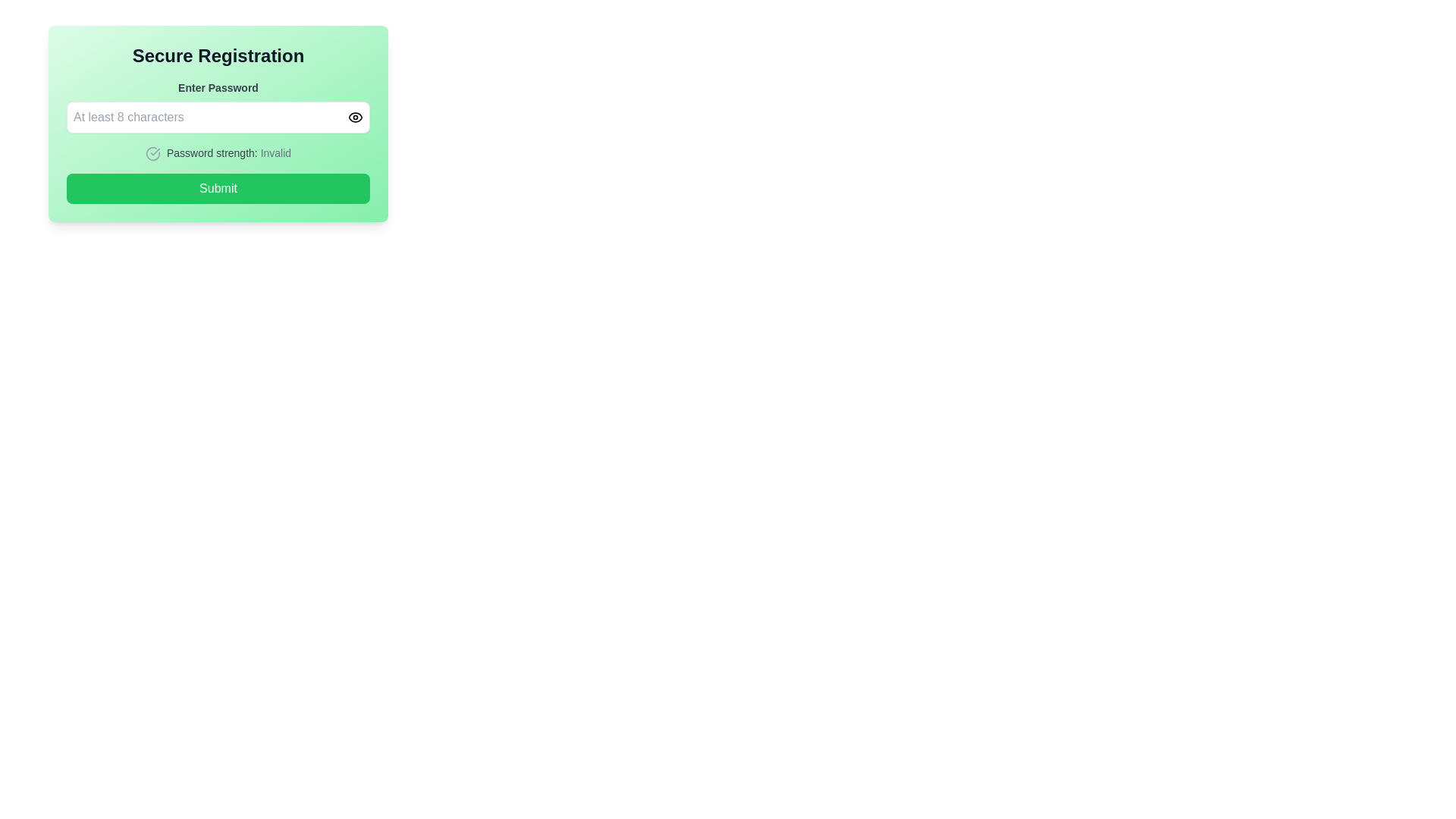 This screenshot has height=819, width=1456. What do you see at coordinates (355, 116) in the screenshot?
I see `the icon button located at the right end of the password input field` at bounding box center [355, 116].